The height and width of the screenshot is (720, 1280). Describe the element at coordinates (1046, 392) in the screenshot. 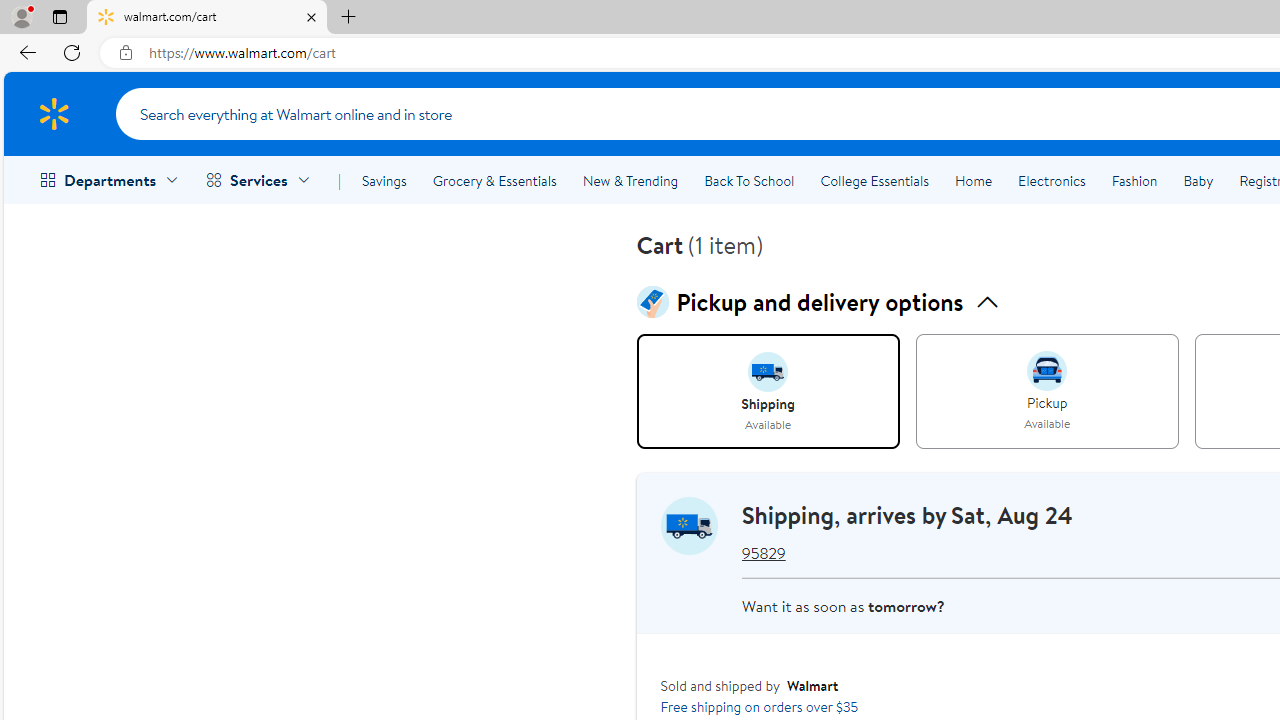

I see `'PICKUP, Available'` at that location.